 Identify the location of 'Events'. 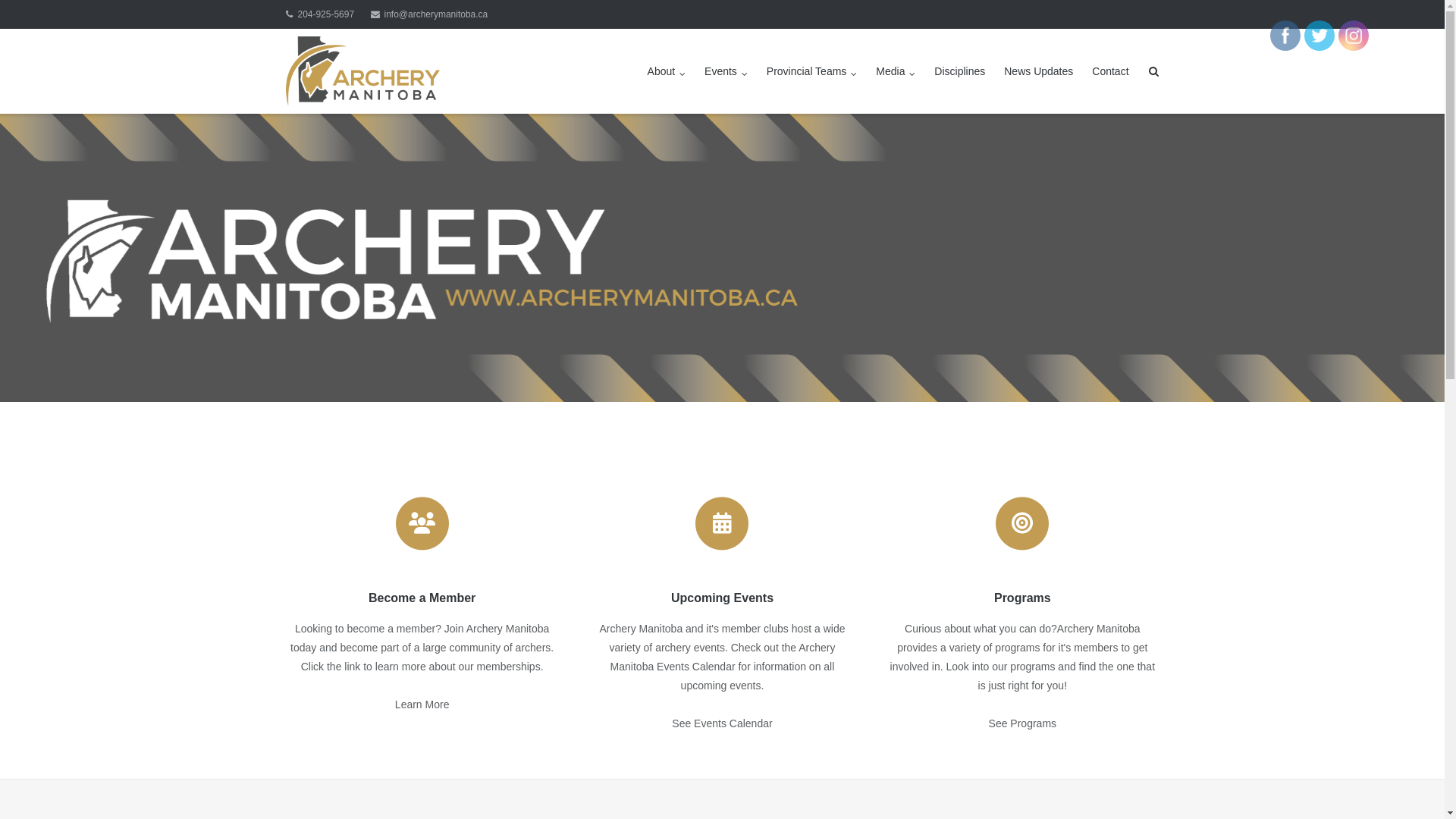
(704, 71).